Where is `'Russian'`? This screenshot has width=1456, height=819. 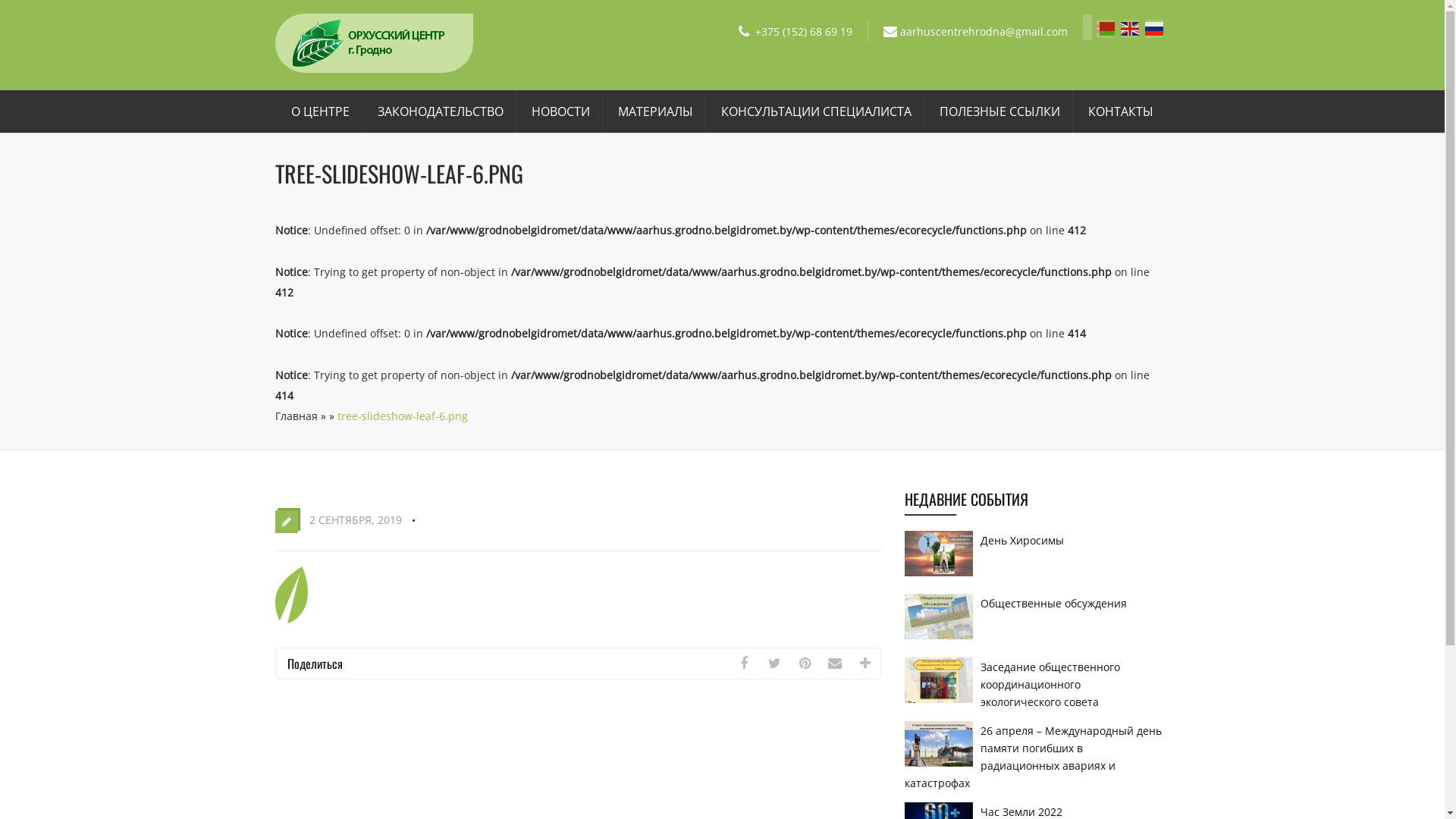 'Russian' is located at coordinates (1145, 27).